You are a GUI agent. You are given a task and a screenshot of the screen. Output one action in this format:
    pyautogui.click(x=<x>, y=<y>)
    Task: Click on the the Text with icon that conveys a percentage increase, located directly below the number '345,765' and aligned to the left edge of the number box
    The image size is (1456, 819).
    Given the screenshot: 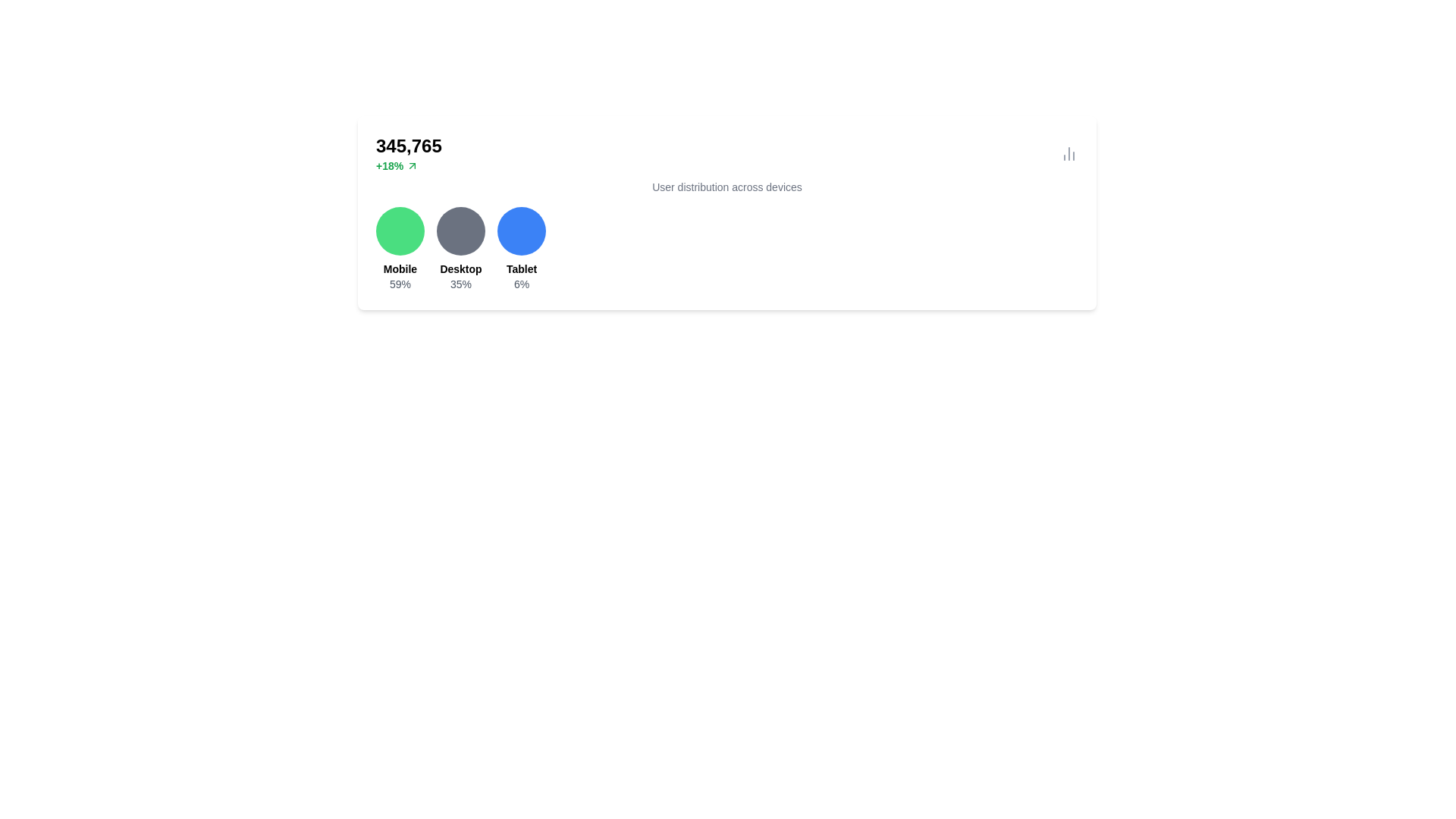 What is the action you would take?
    pyautogui.click(x=409, y=166)
    